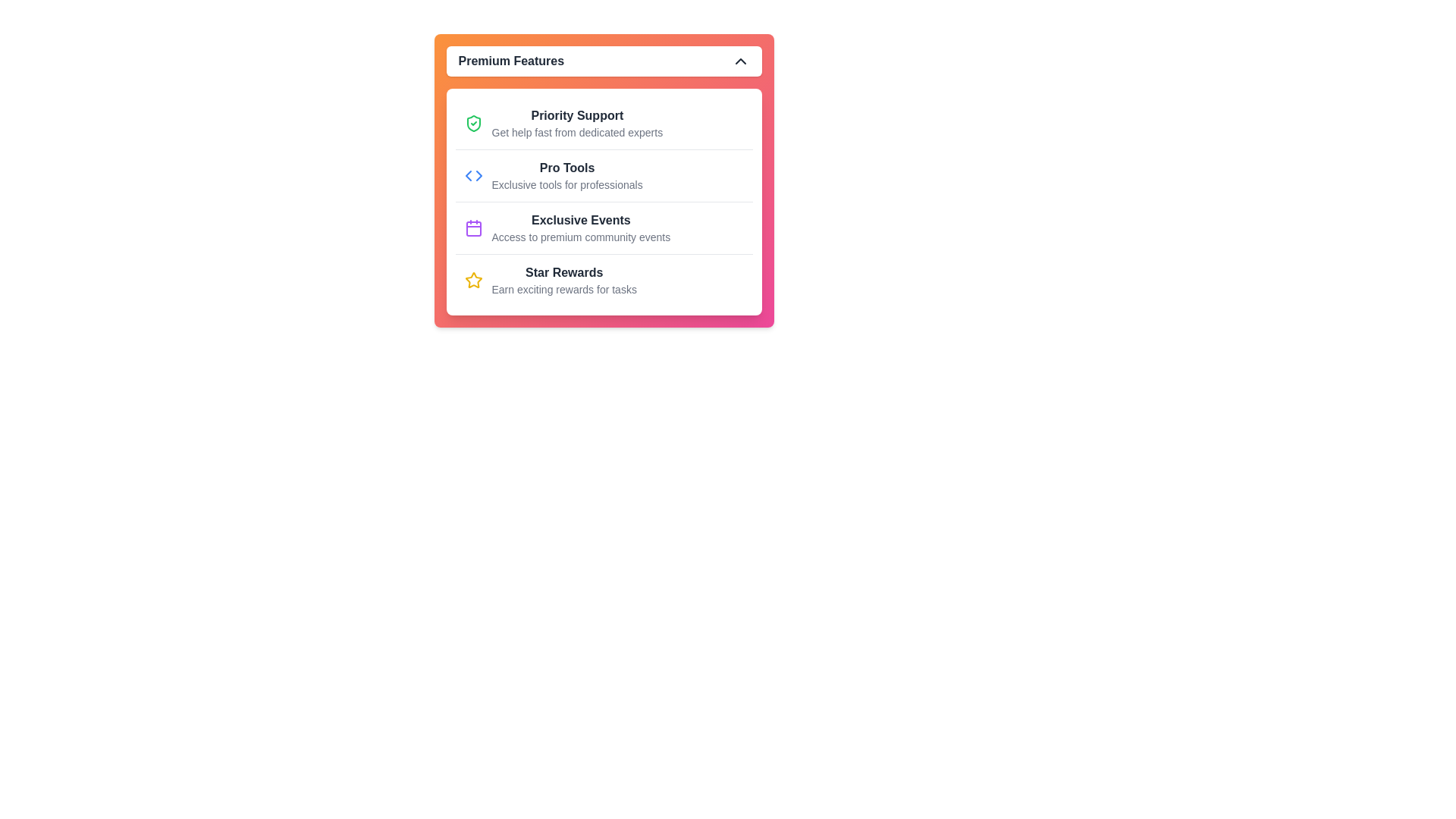  Describe the element at coordinates (467, 174) in the screenshot. I see `the blue left-pointing arrow icon that is part of a pair of arrows forming a code bracket symbol, located beside the 'Pro Tools' text in the second row of options` at that location.